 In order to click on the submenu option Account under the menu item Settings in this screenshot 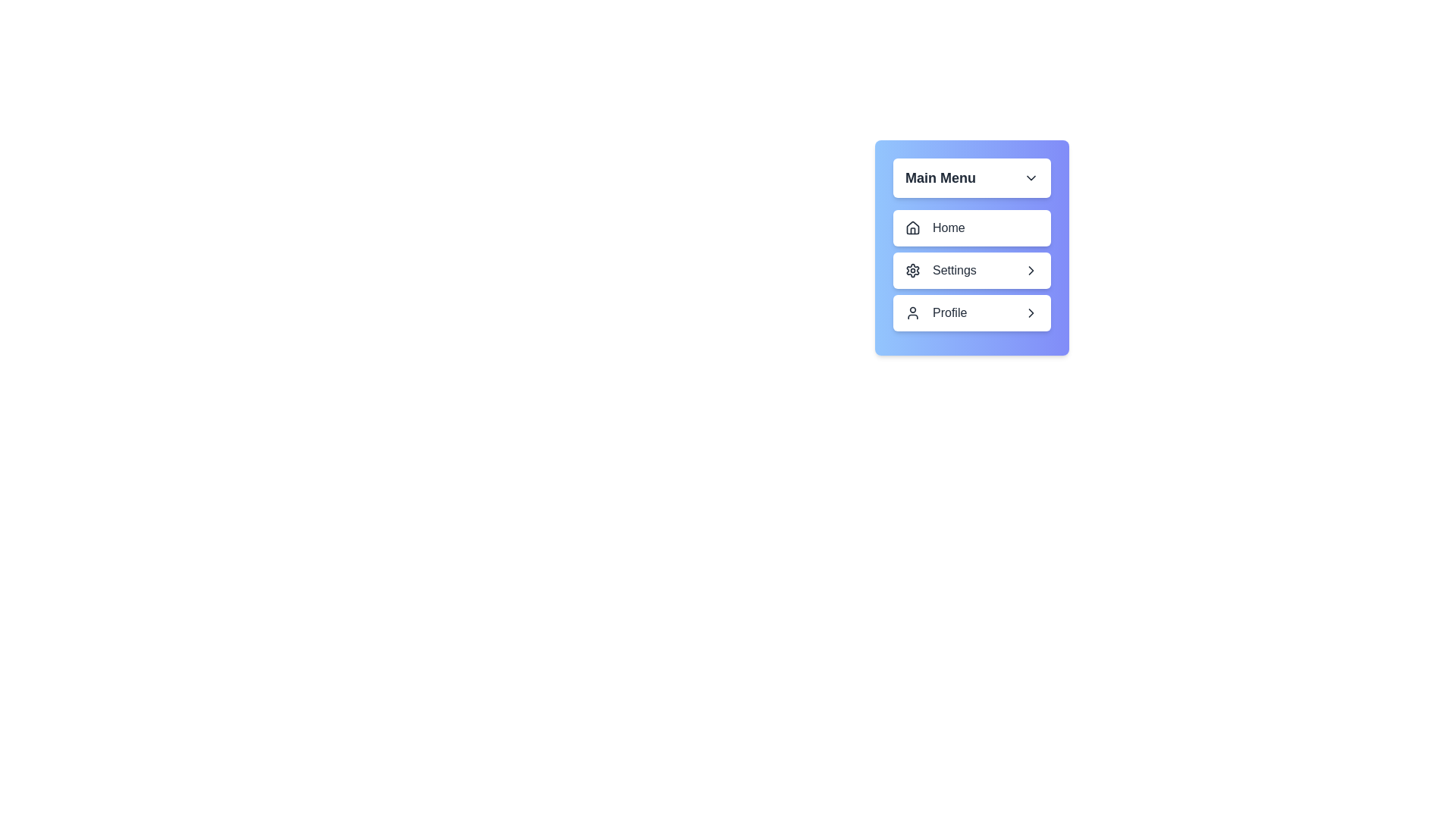, I will do `click(971, 270)`.